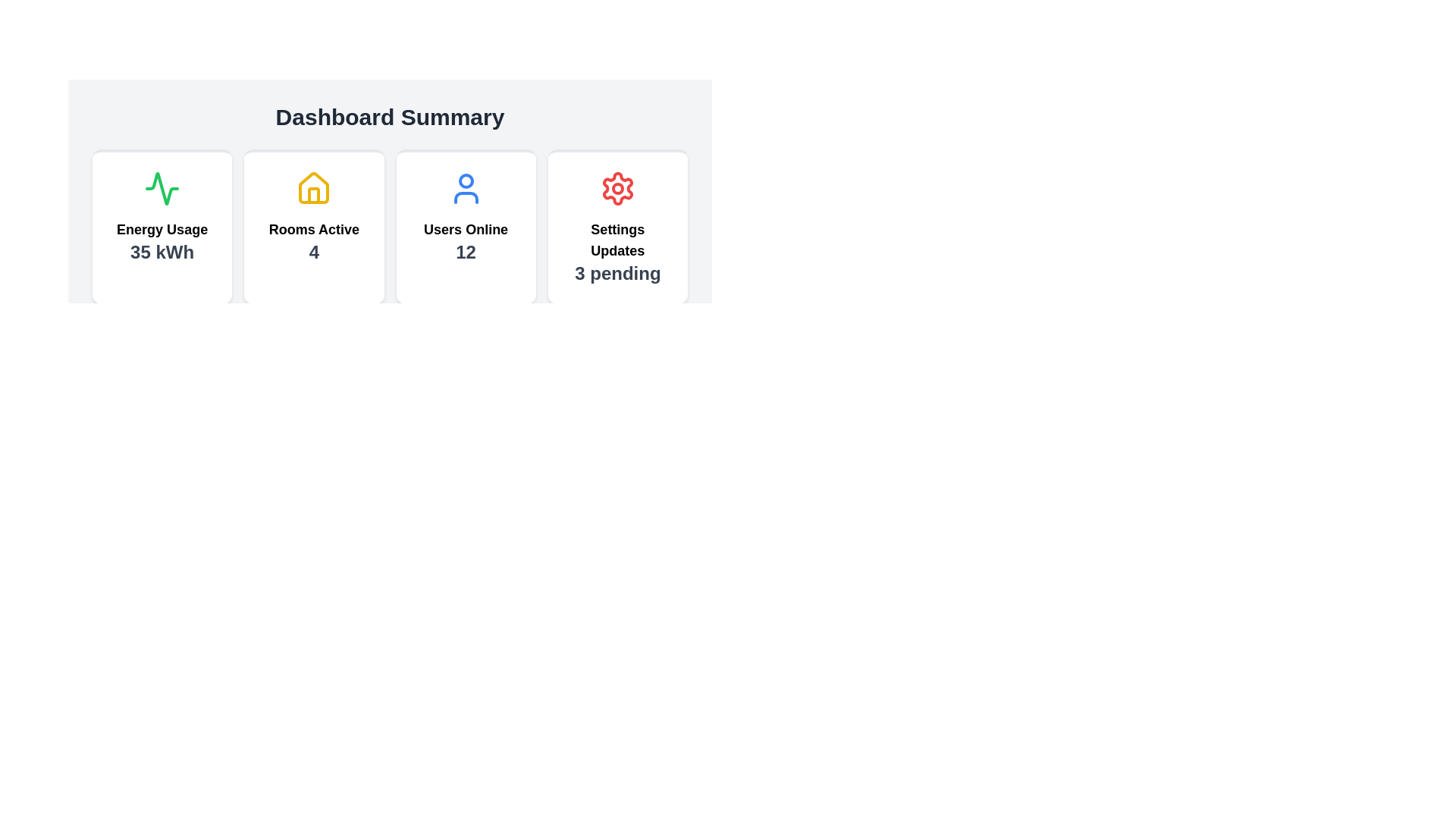  Describe the element at coordinates (313, 188) in the screenshot. I see `the house icon representing the 'Rooms Active' metric, which is the first element inside the second card from the left in the row of summary cards` at that location.